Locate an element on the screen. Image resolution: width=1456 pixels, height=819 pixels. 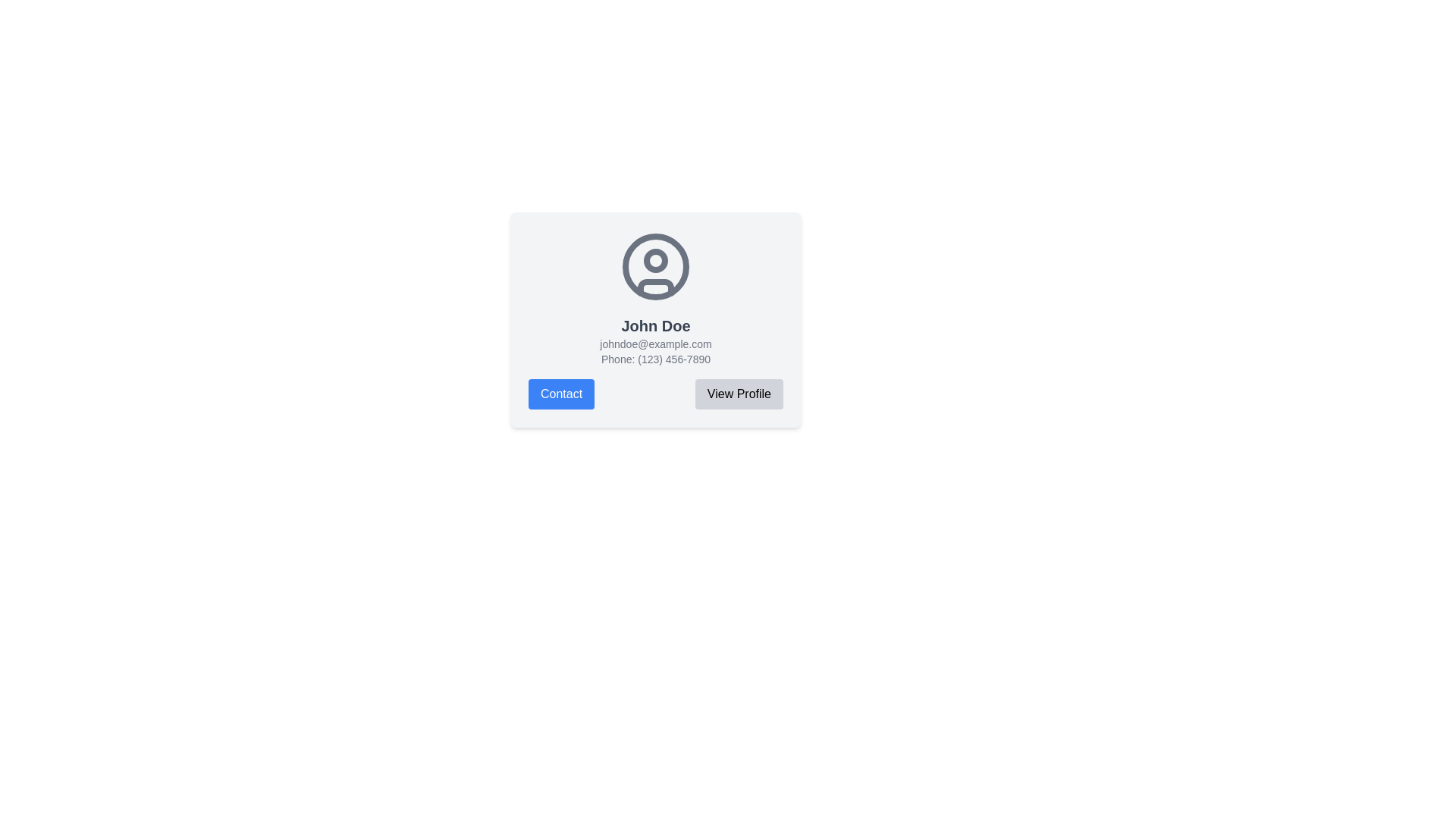
small circle element located near the upper-center of the user profile icon by using developer tools is located at coordinates (655, 259).